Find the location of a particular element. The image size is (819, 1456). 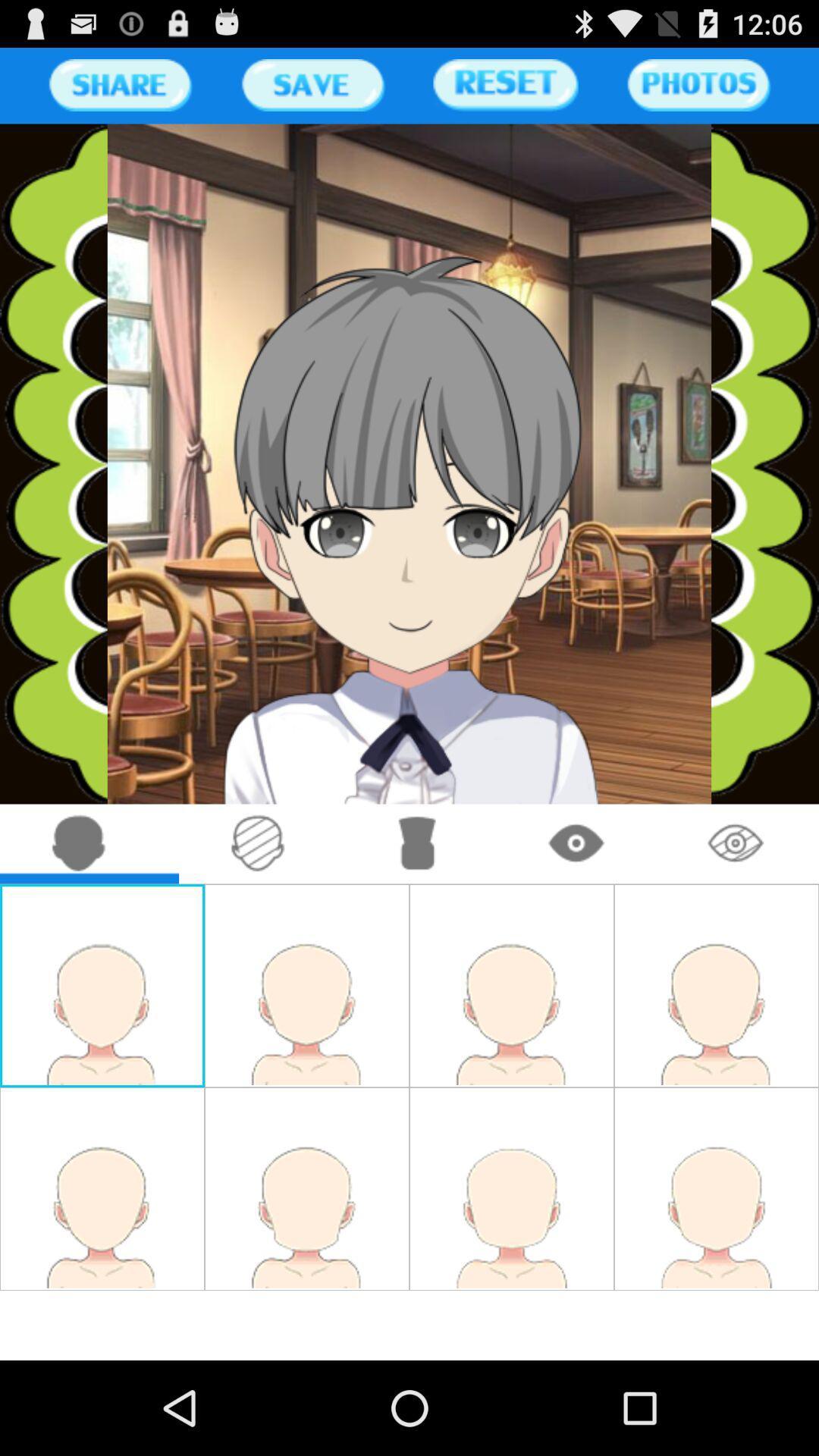

choose facial shape is located at coordinates (79, 843).